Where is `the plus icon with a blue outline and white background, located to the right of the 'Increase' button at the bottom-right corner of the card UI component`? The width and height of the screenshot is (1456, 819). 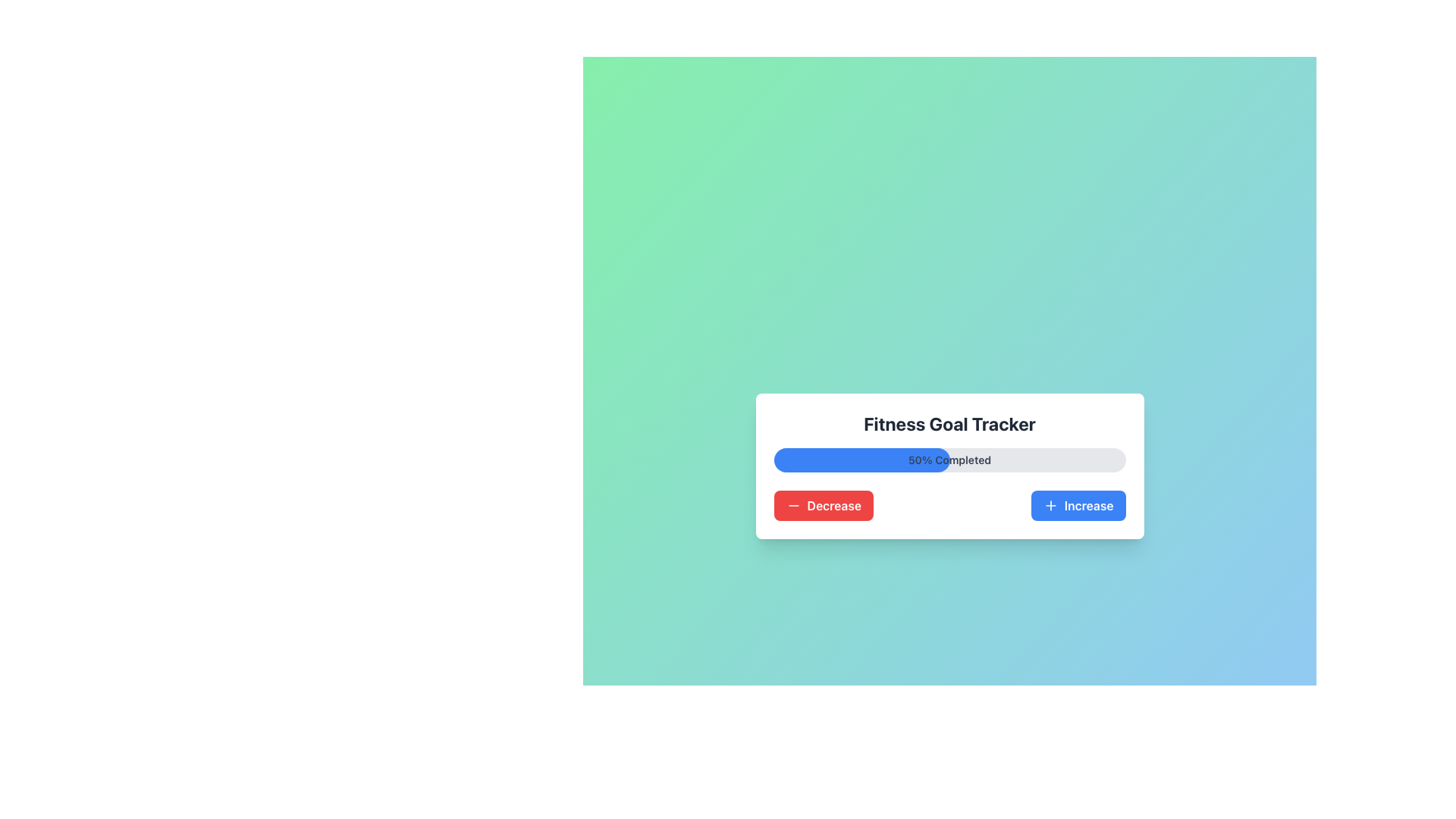
the plus icon with a blue outline and white background, located to the right of the 'Increase' button at the bottom-right corner of the card UI component is located at coordinates (1050, 506).